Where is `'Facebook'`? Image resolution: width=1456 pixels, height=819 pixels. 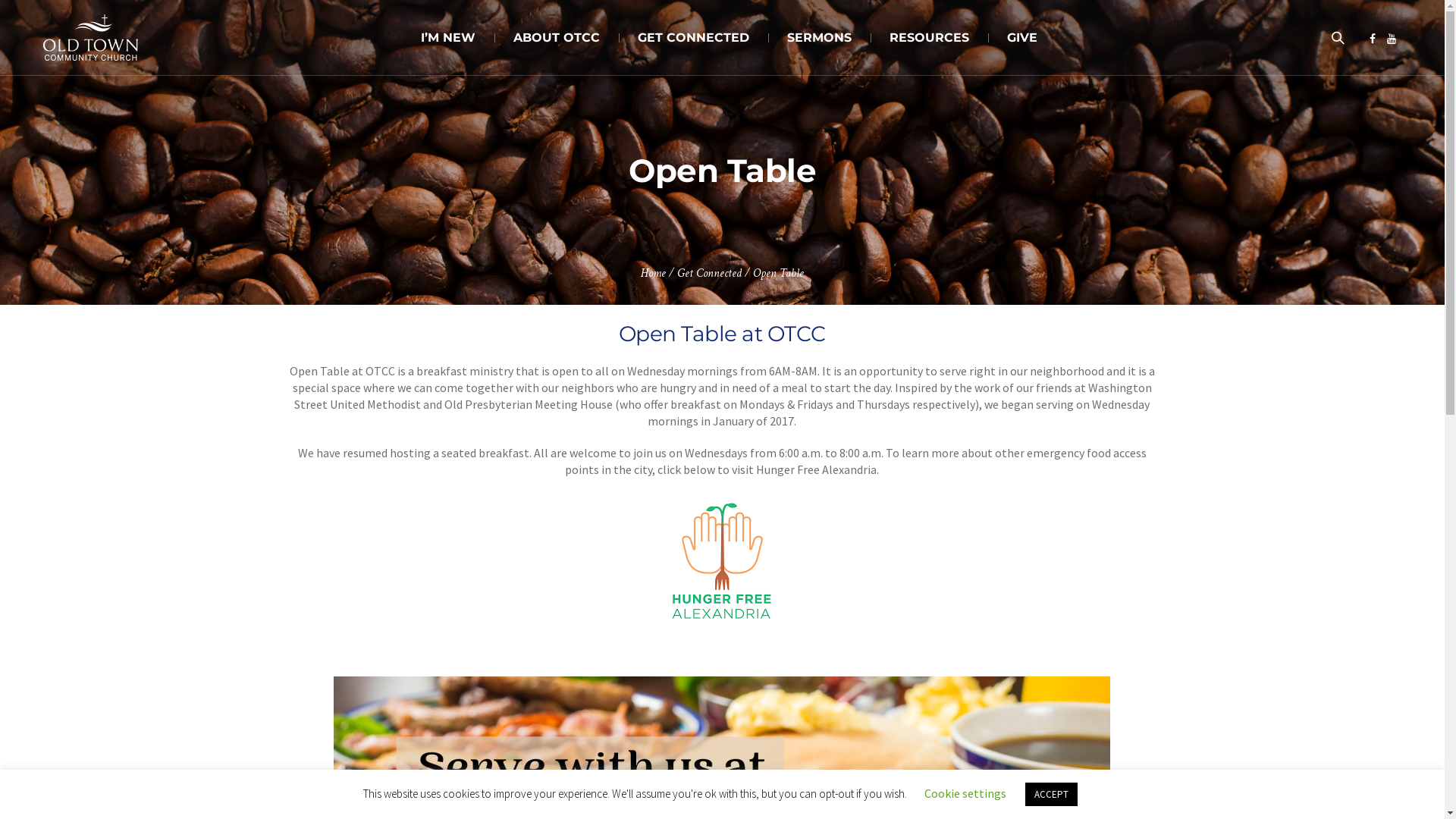 'Facebook' is located at coordinates (1372, 37).